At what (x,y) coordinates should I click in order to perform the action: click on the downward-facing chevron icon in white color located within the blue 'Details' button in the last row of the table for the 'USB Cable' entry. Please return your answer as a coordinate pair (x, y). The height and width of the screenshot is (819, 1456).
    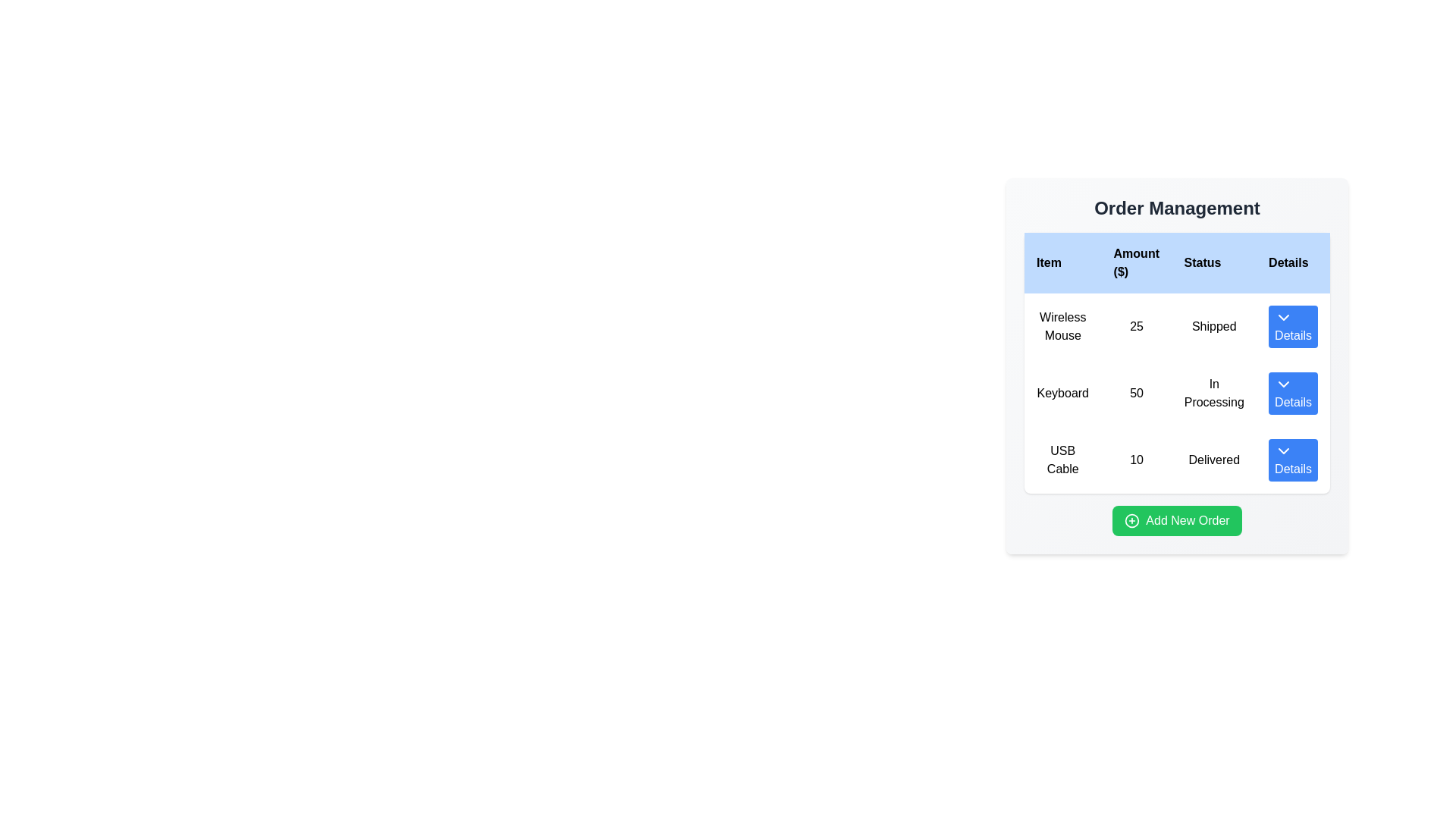
    Looking at the image, I should click on (1283, 450).